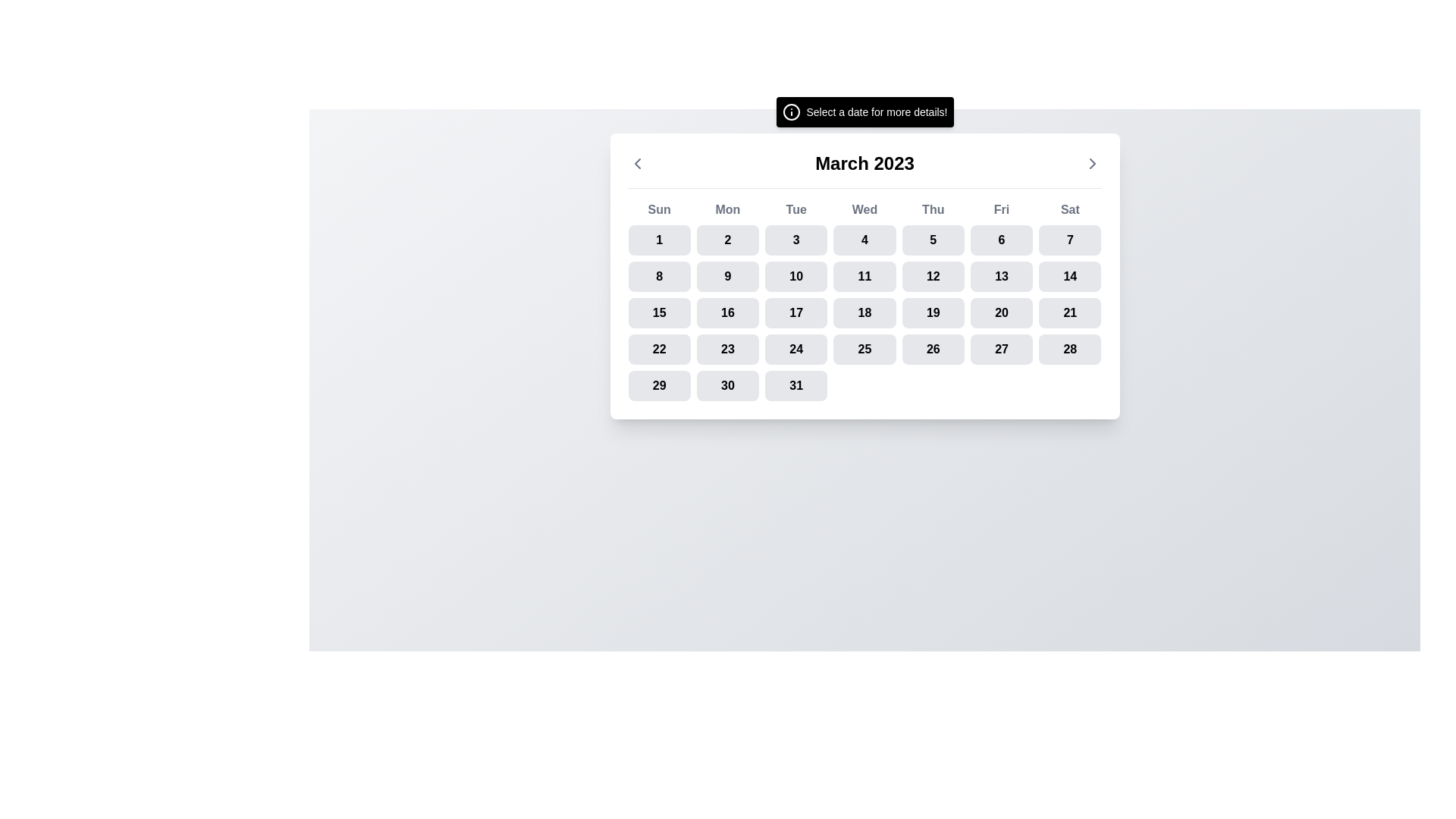  What do you see at coordinates (659, 385) in the screenshot?
I see `the rounded rectangular button with a light gray background and the text '29' centered inside` at bounding box center [659, 385].